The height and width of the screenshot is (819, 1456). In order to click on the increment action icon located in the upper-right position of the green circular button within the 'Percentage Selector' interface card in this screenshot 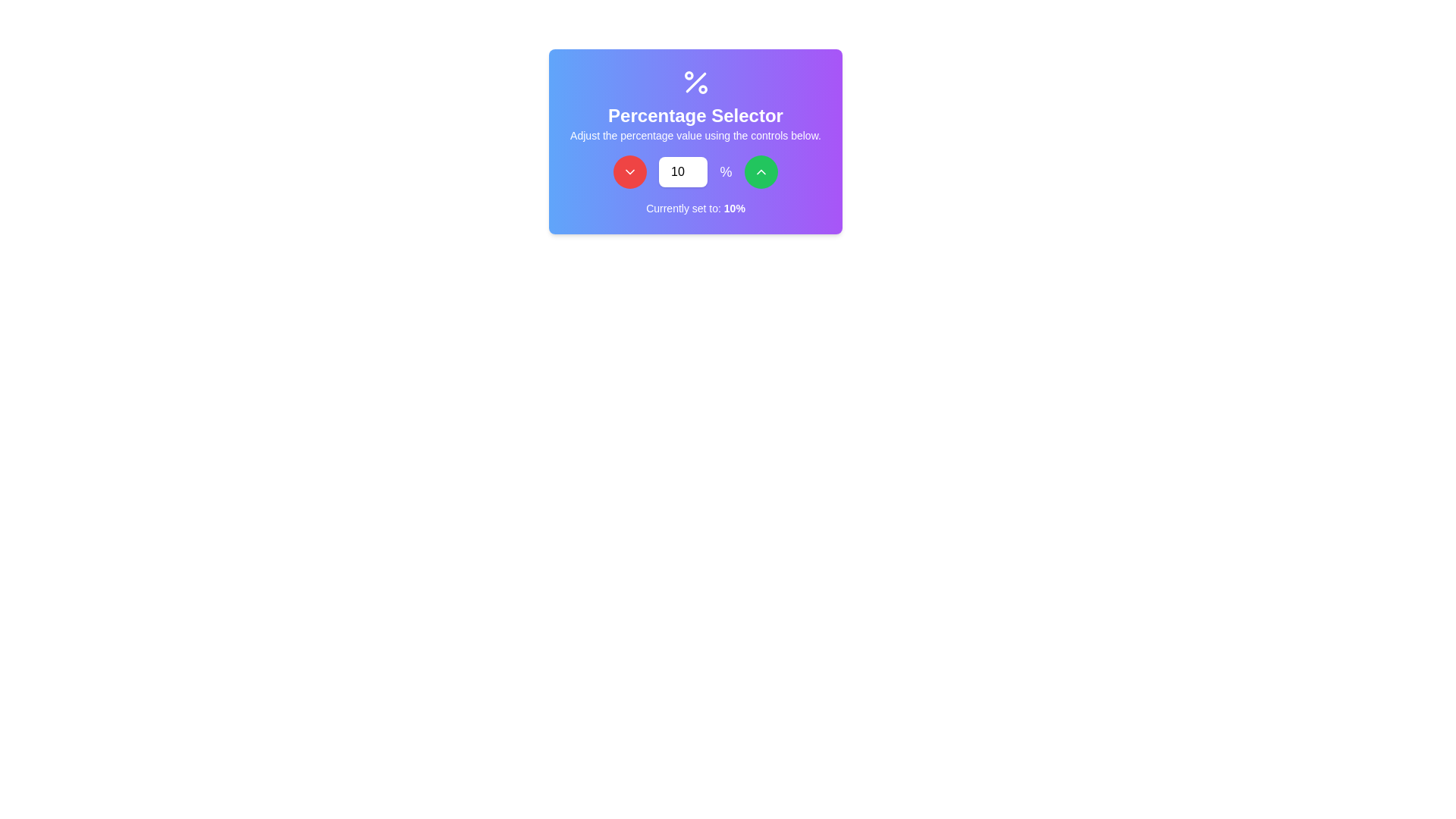, I will do `click(761, 171)`.